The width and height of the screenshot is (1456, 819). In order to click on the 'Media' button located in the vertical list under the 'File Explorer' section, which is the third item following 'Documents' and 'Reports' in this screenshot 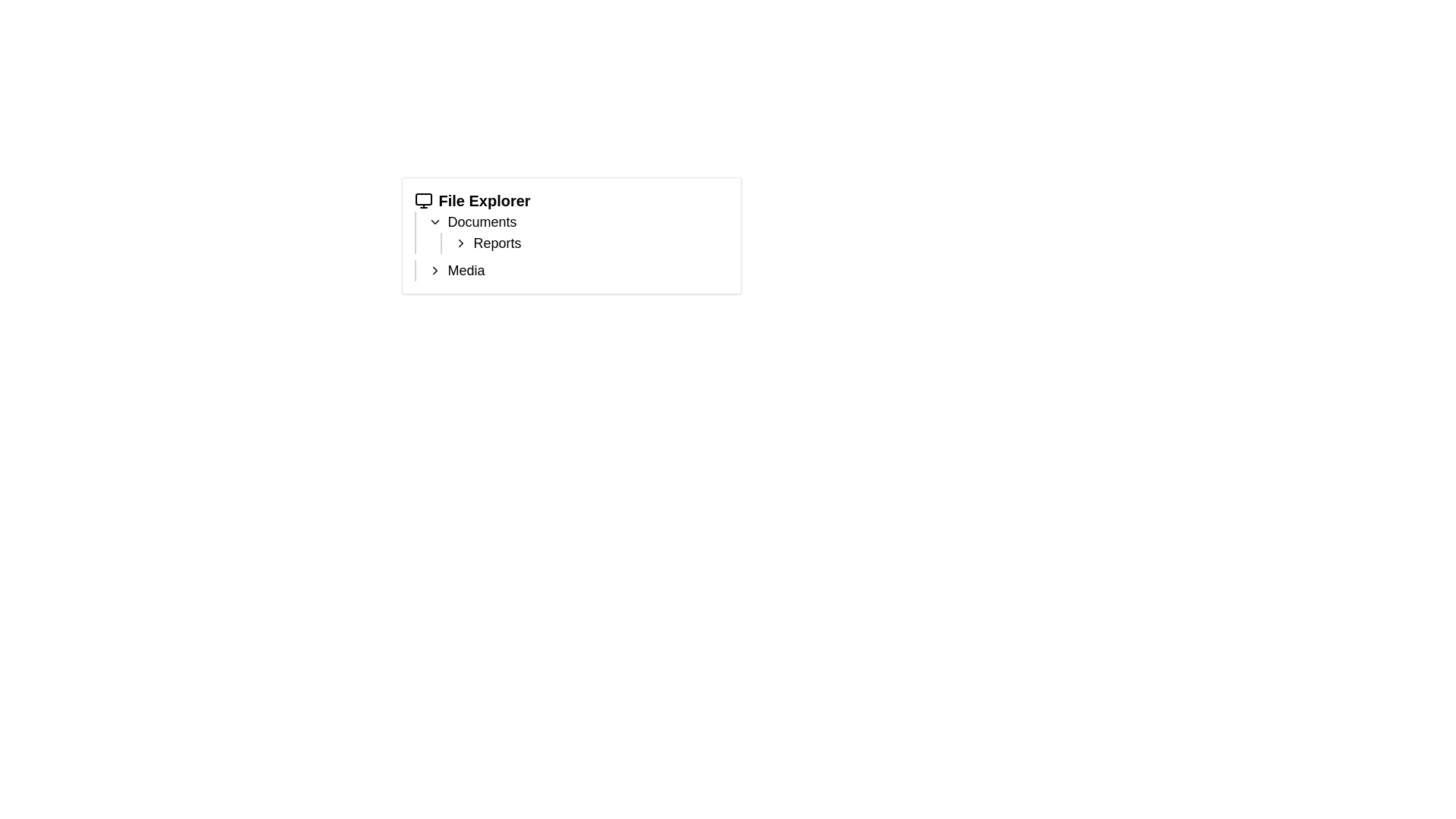, I will do `click(570, 270)`.